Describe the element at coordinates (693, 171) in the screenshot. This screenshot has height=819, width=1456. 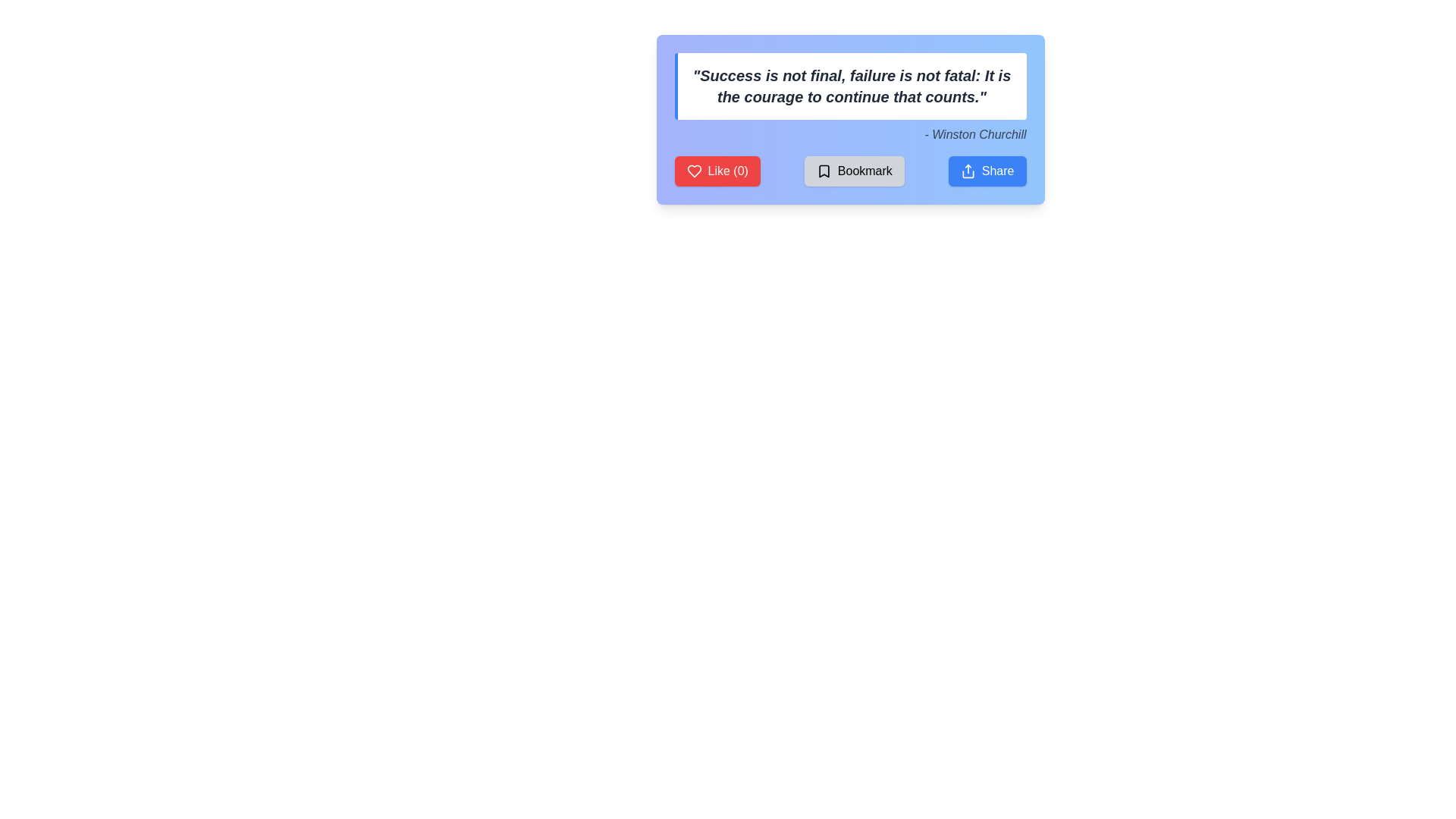
I see `the heart-shaped icon within the 'Like (0)' button` at that location.